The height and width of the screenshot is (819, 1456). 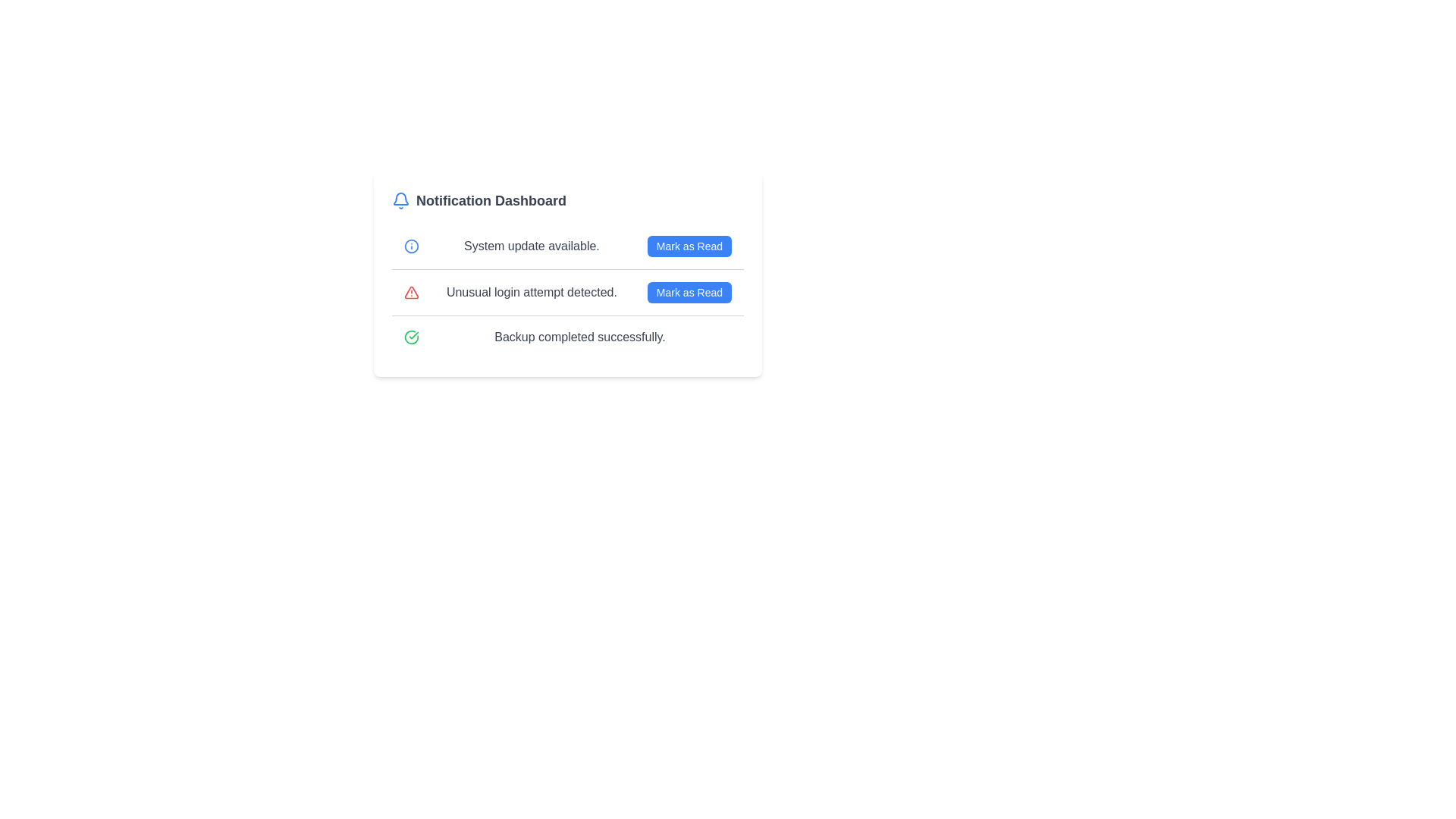 What do you see at coordinates (411, 245) in the screenshot?
I see `the information icon located to the left of the text 'System update available.'` at bounding box center [411, 245].